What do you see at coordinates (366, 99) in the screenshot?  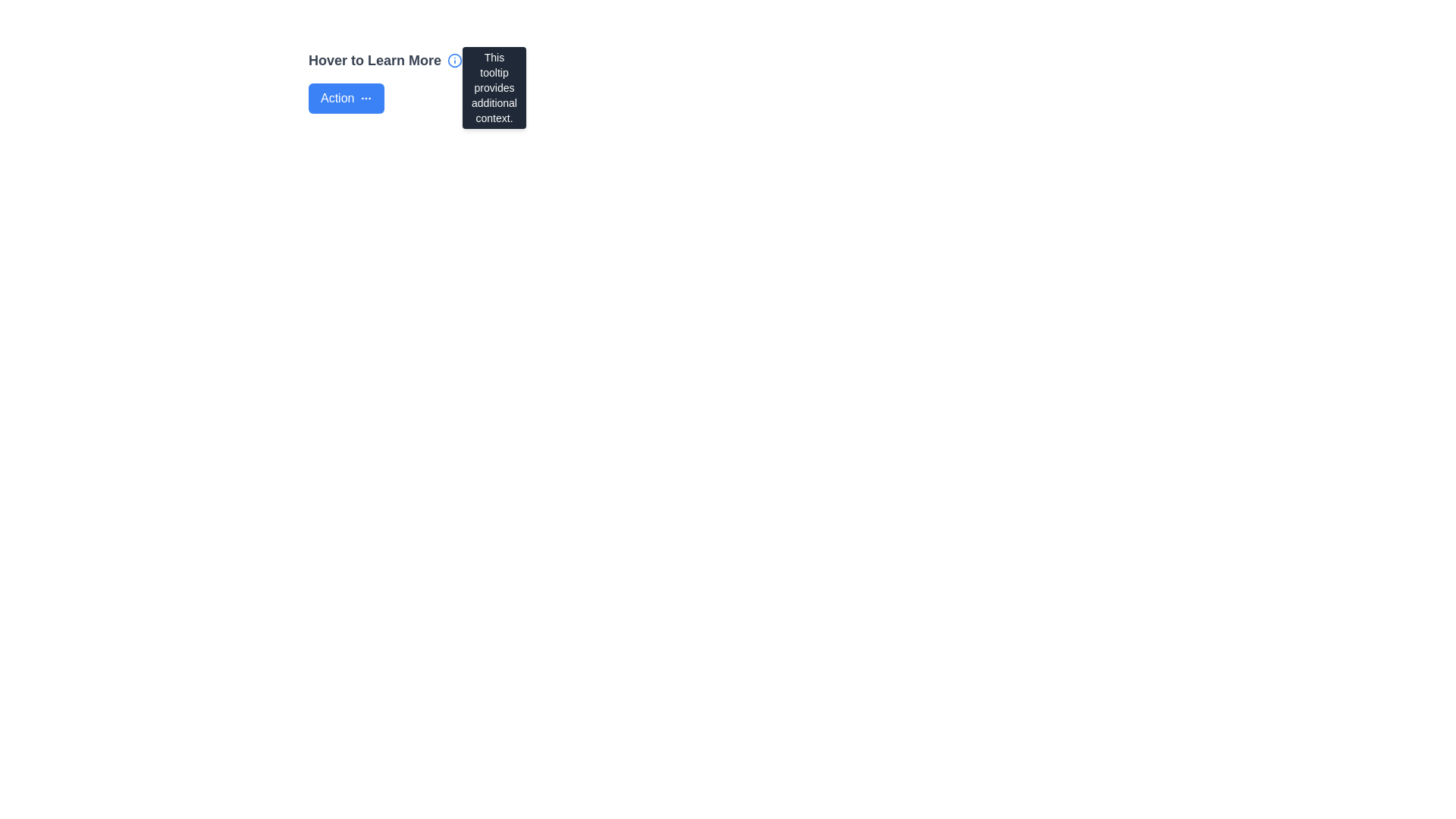 I see `the Ellipsis icon, which is a small icon with three aligned dots located to the right of the 'Action' button` at bounding box center [366, 99].